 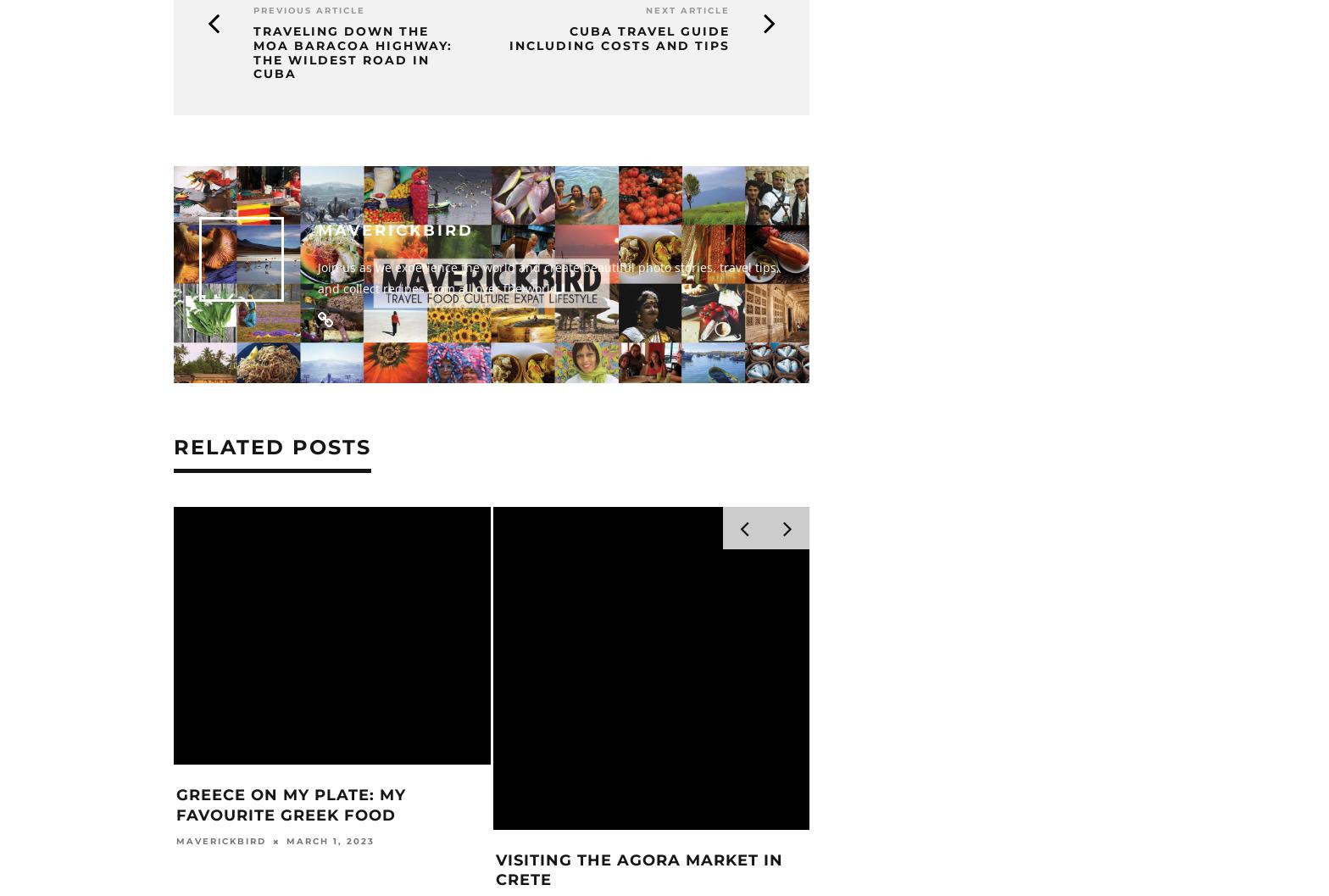 What do you see at coordinates (322, 826) in the screenshot?
I see `'March 4, 2023'` at bounding box center [322, 826].